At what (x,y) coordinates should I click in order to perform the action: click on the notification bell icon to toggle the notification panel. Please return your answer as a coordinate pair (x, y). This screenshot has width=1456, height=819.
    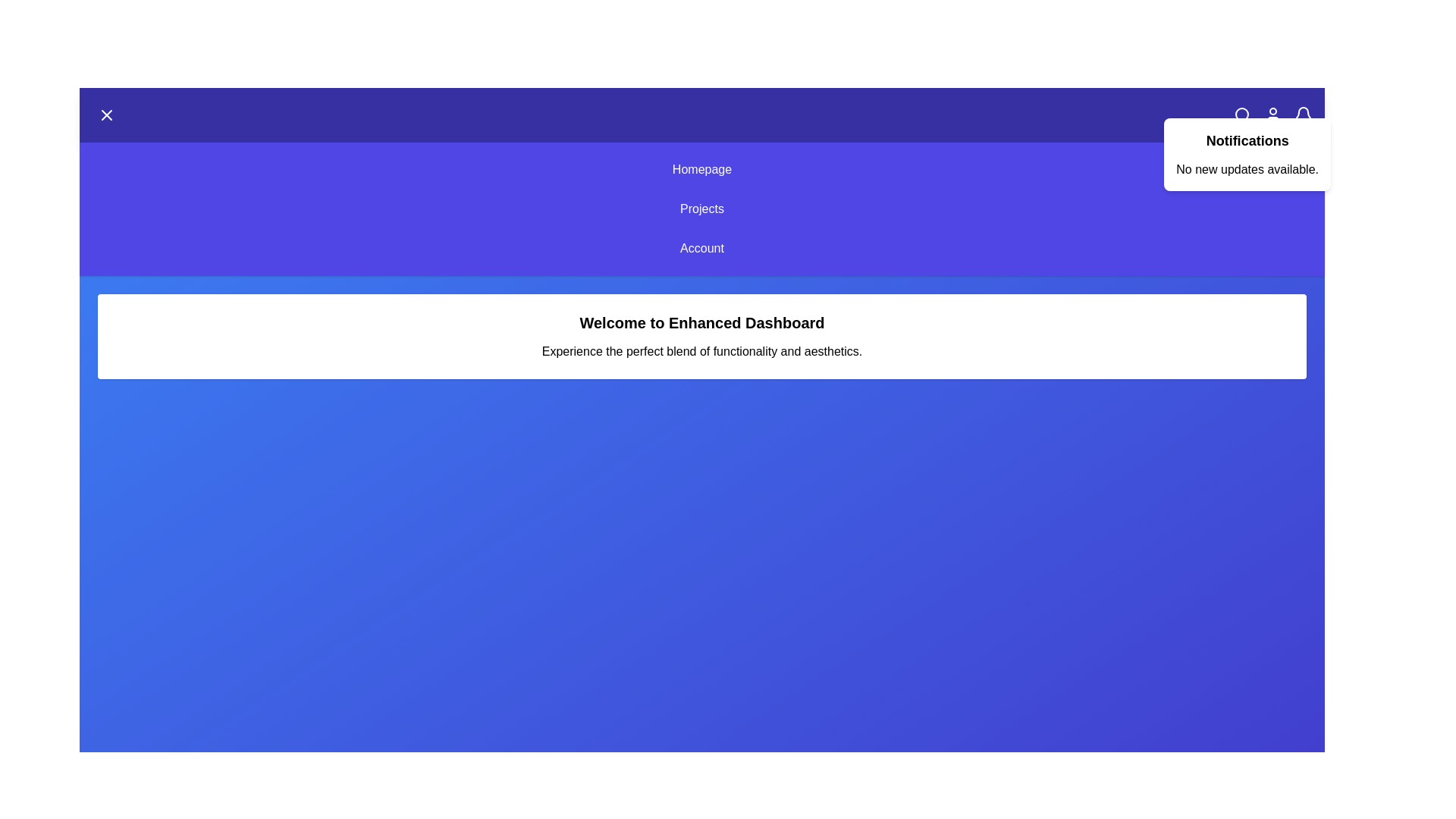
    Looking at the image, I should click on (1302, 114).